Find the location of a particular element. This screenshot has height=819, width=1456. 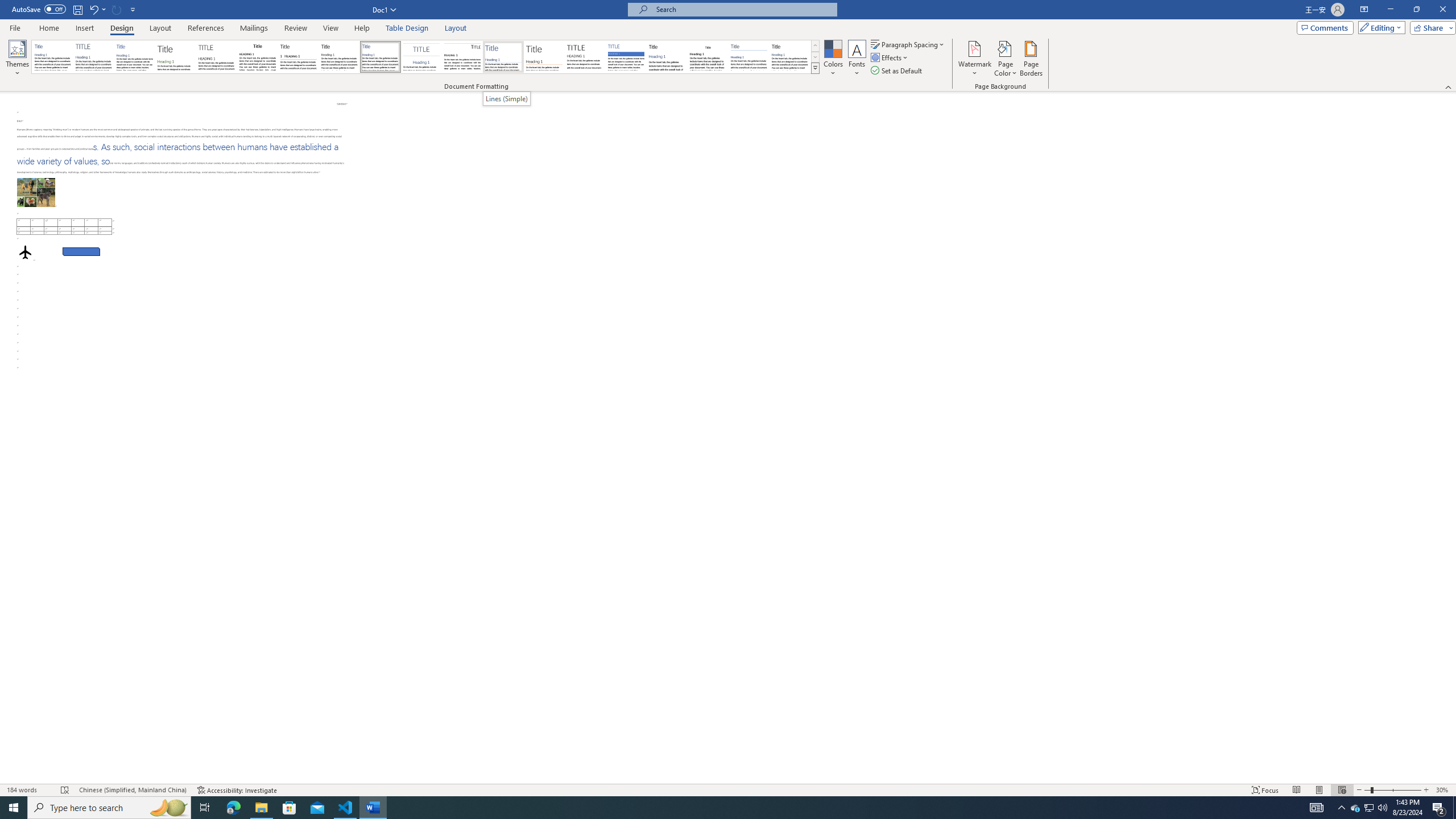

'AutomationID: QuickStylesSets' is located at coordinates (425, 56).